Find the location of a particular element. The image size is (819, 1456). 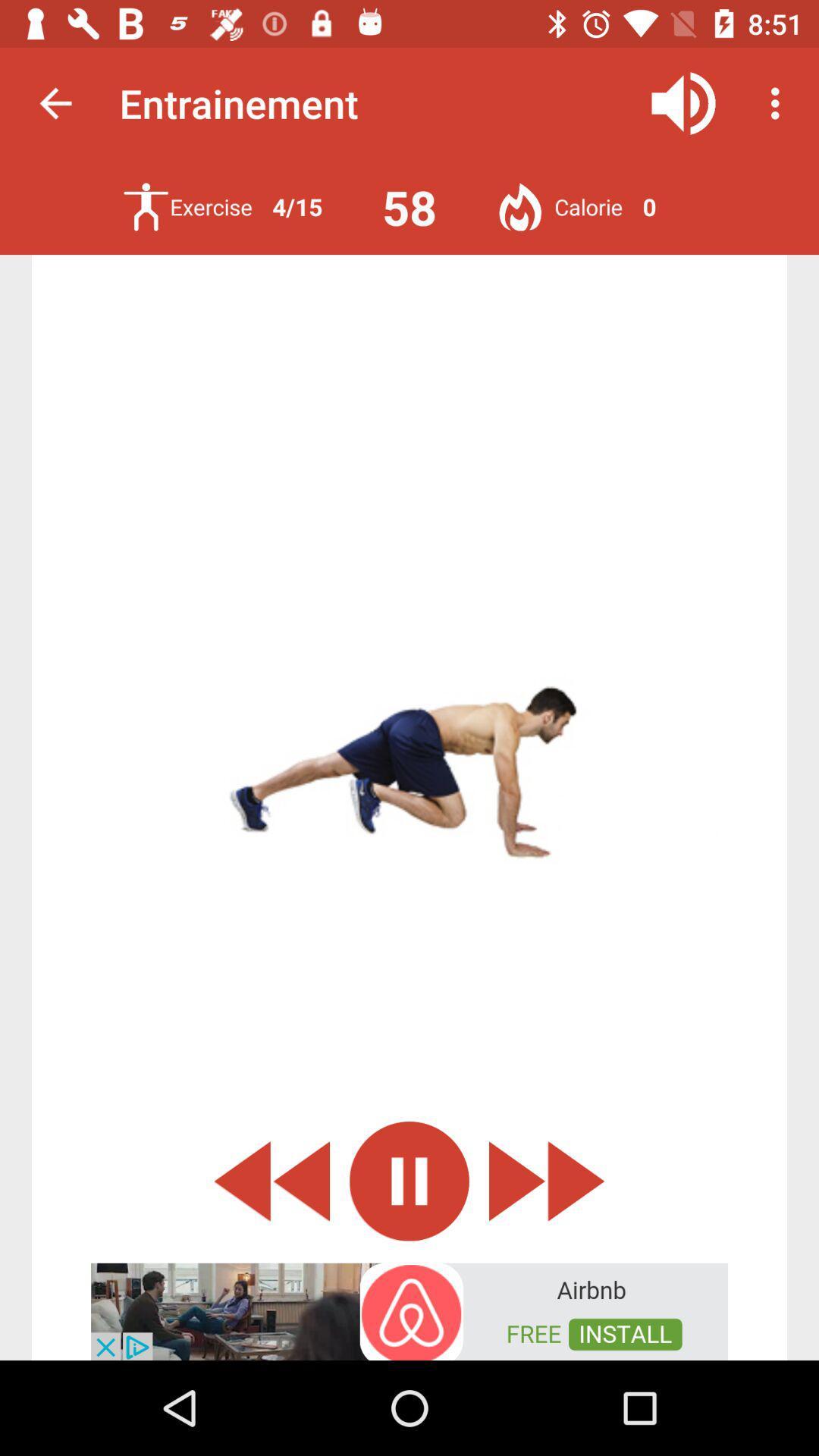

volume is located at coordinates (683, 102).